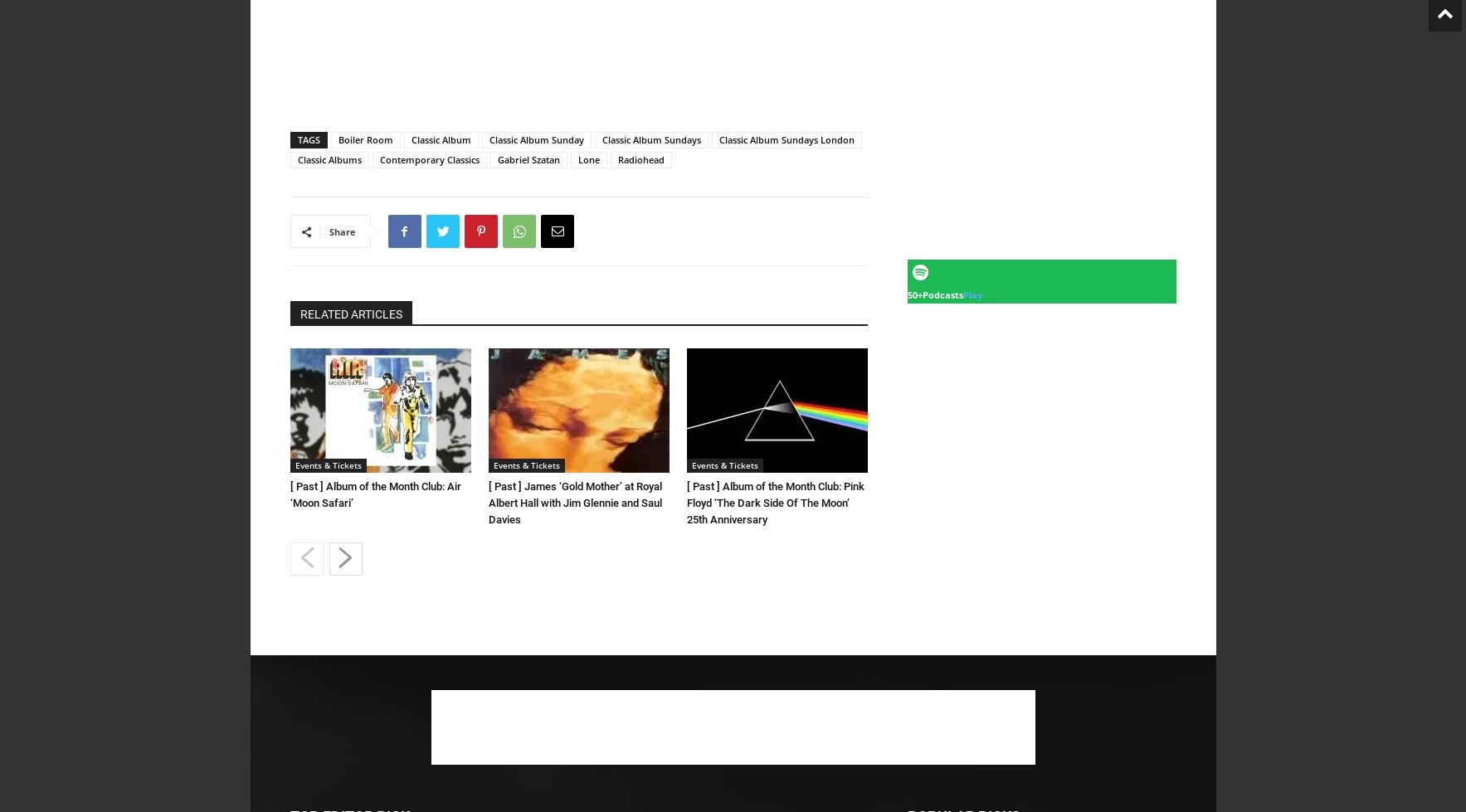 The image size is (1466, 812). What do you see at coordinates (640, 159) in the screenshot?
I see `'Radiohead'` at bounding box center [640, 159].